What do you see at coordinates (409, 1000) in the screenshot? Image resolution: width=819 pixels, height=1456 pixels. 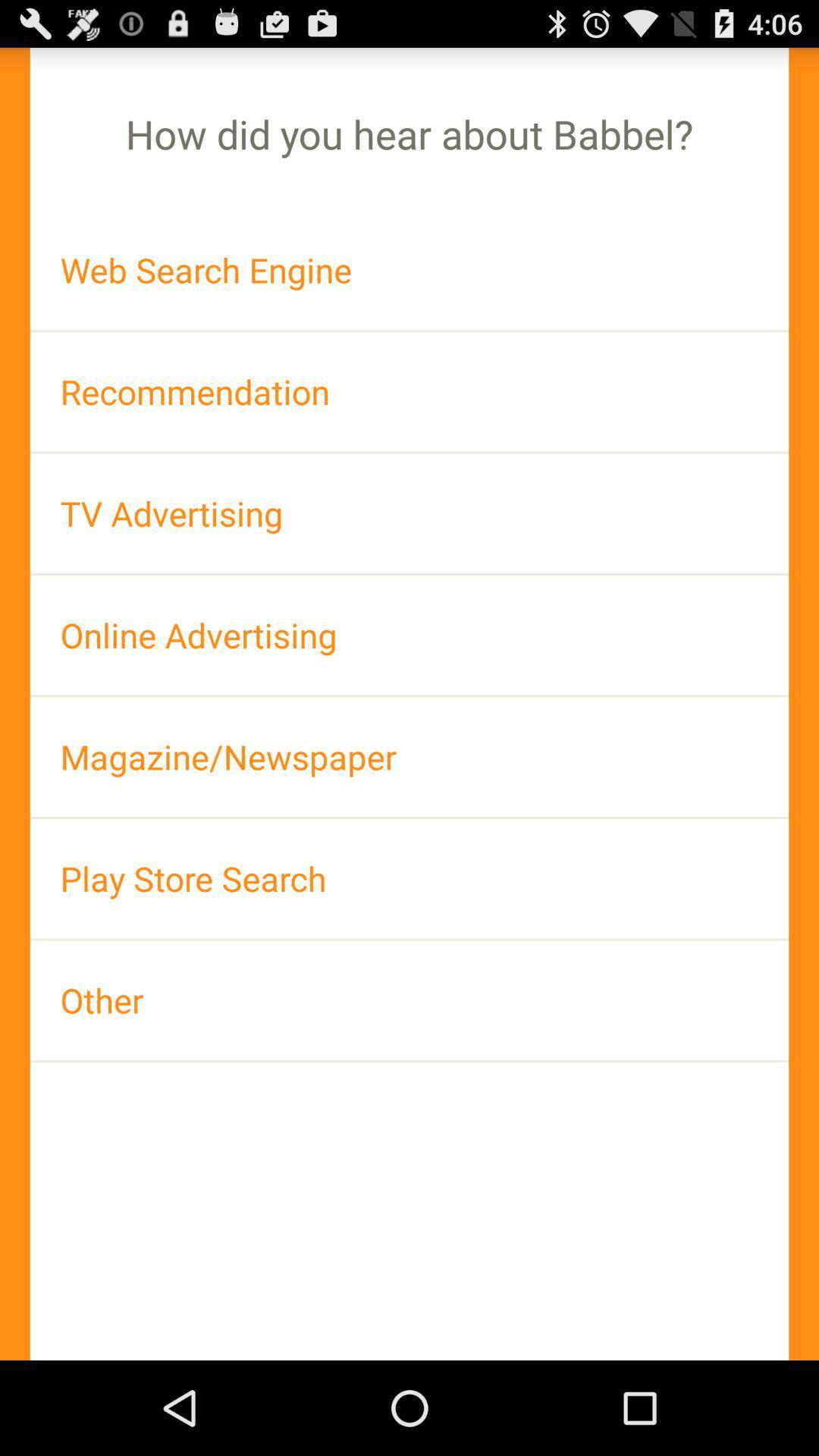 I see `the other` at bounding box center [409, 1000].